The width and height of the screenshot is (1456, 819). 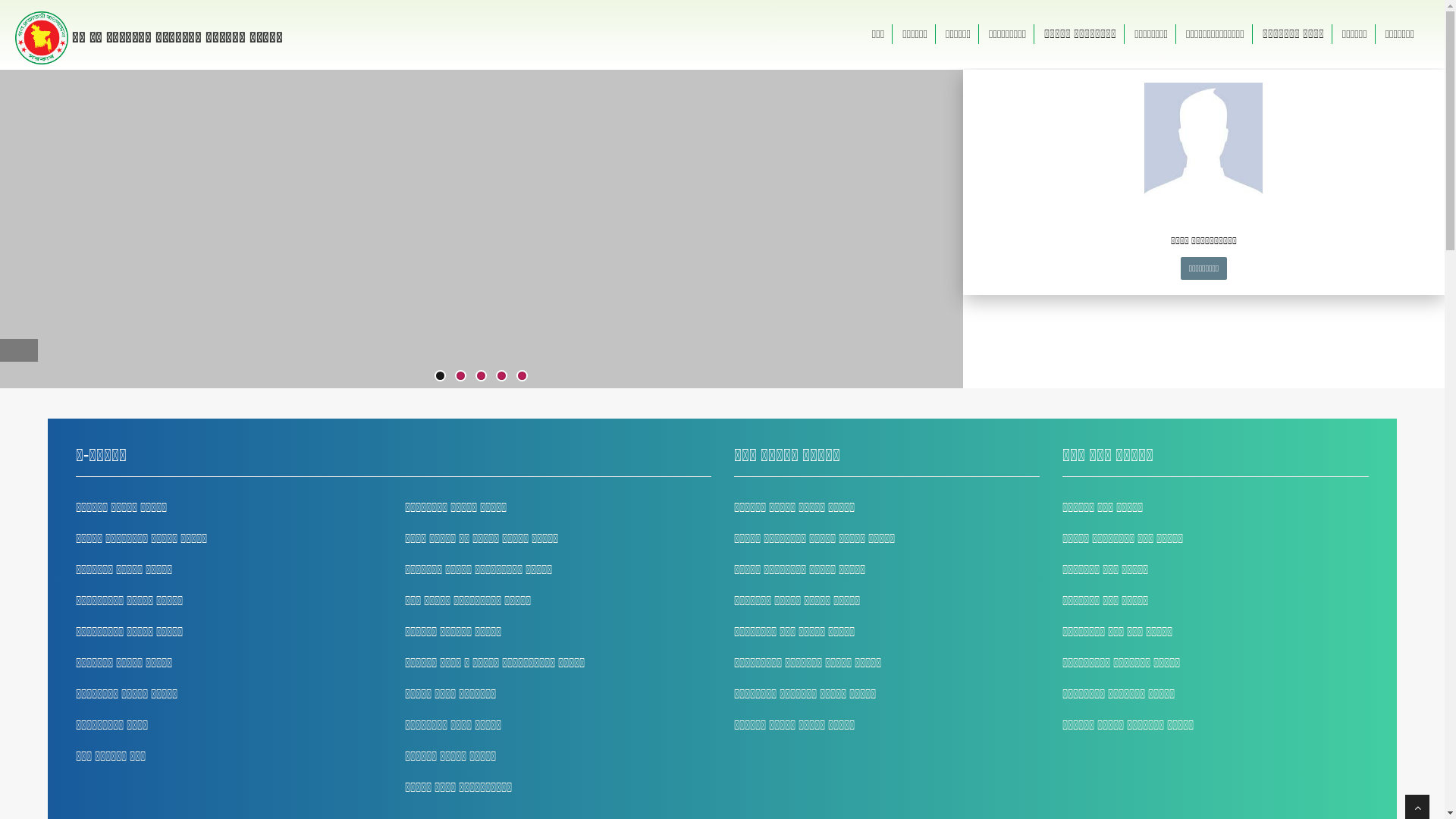 I want to click on '2', so click(x=460, y=375).